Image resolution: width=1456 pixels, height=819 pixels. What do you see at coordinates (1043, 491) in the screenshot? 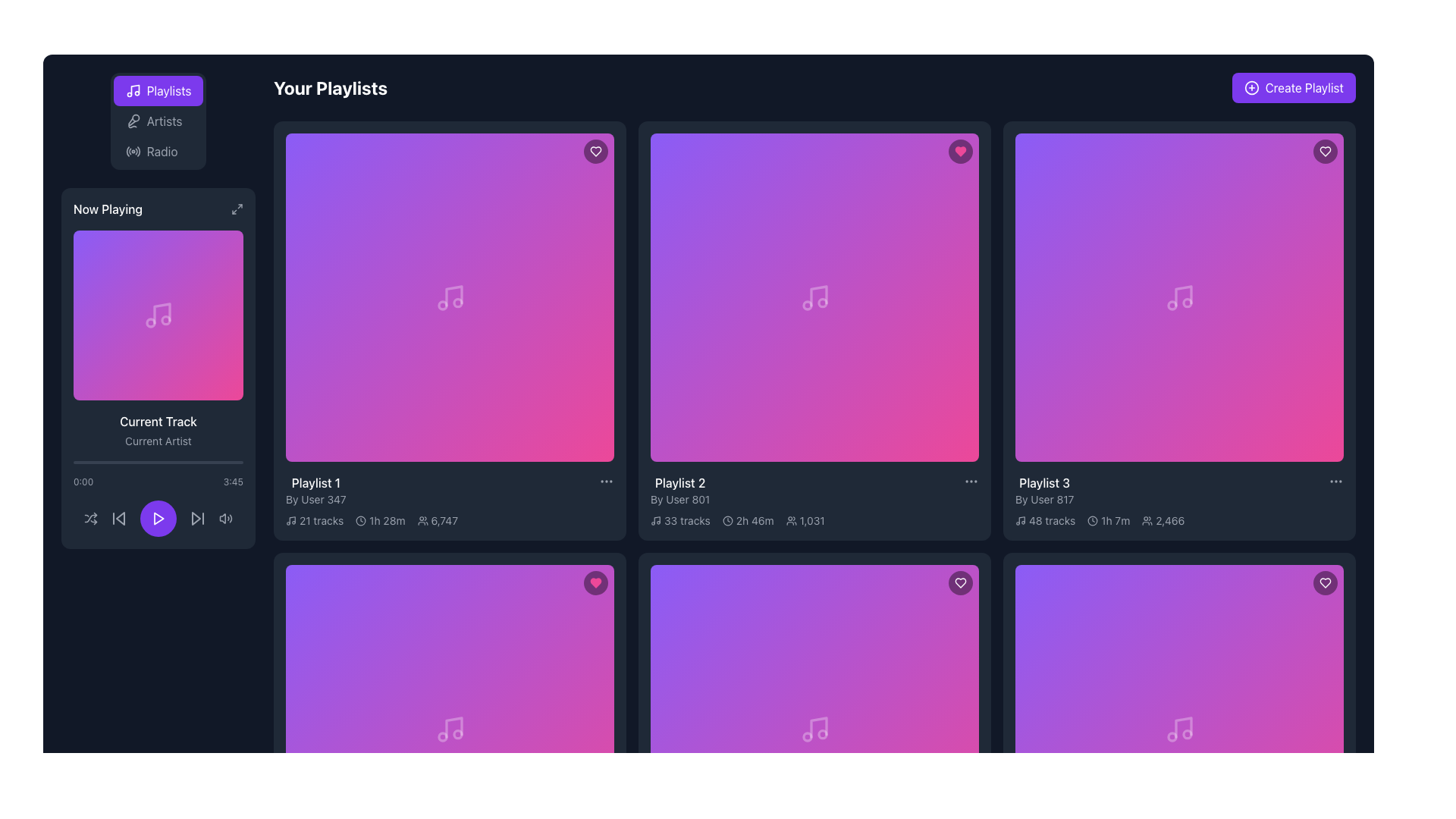
I see `the text label indicating the title of the third playlist located in the top-right corner of the playlist grid` at bounding box center [1043, 491].